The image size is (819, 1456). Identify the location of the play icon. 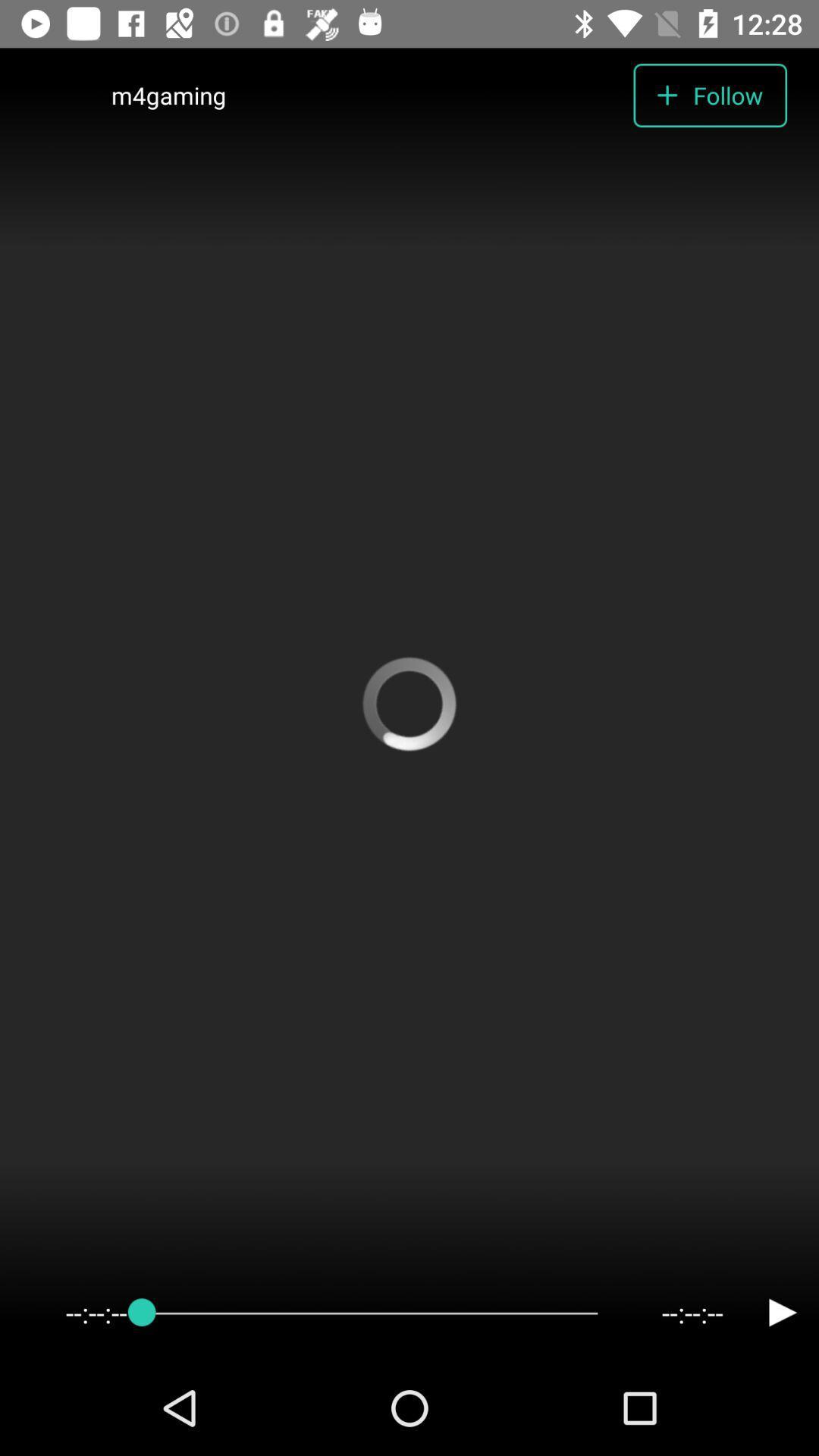
(779, 1312).